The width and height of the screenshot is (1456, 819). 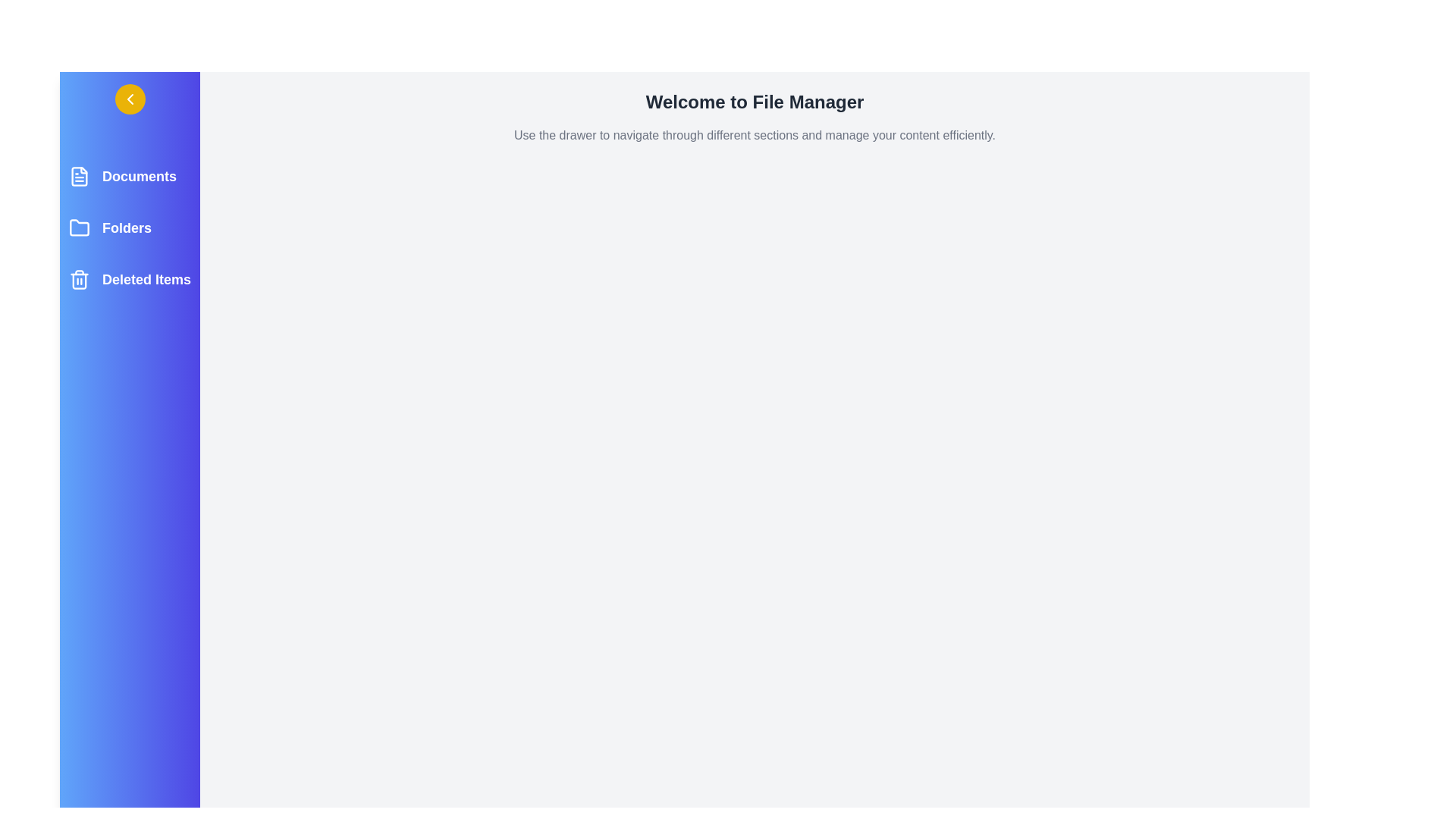 I want to click on the Documents section to highlight it, so click(x=130, y=175).